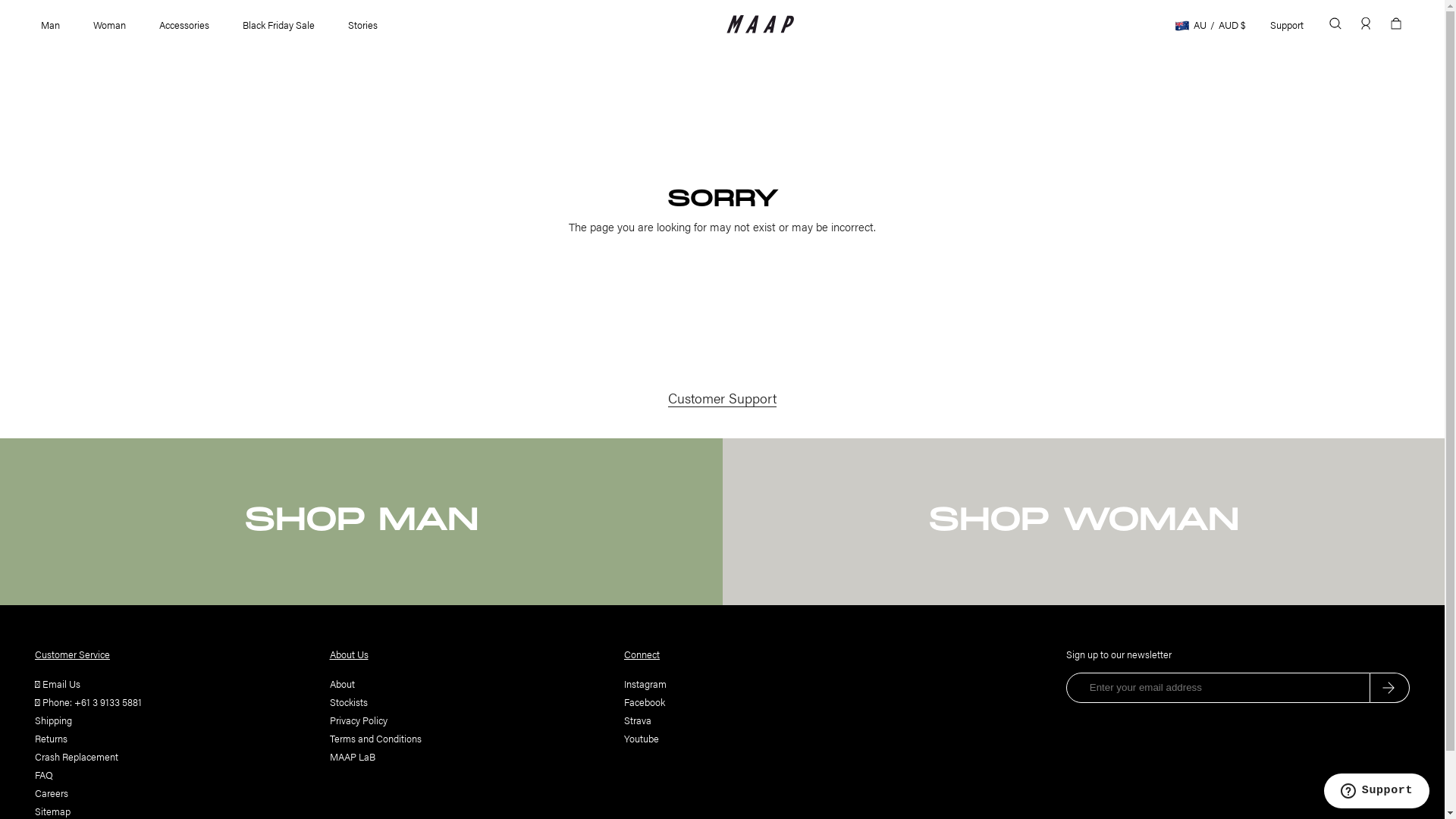 The image size is (1456, 819). I want to click on 'Customer Support', so click(721, 397).